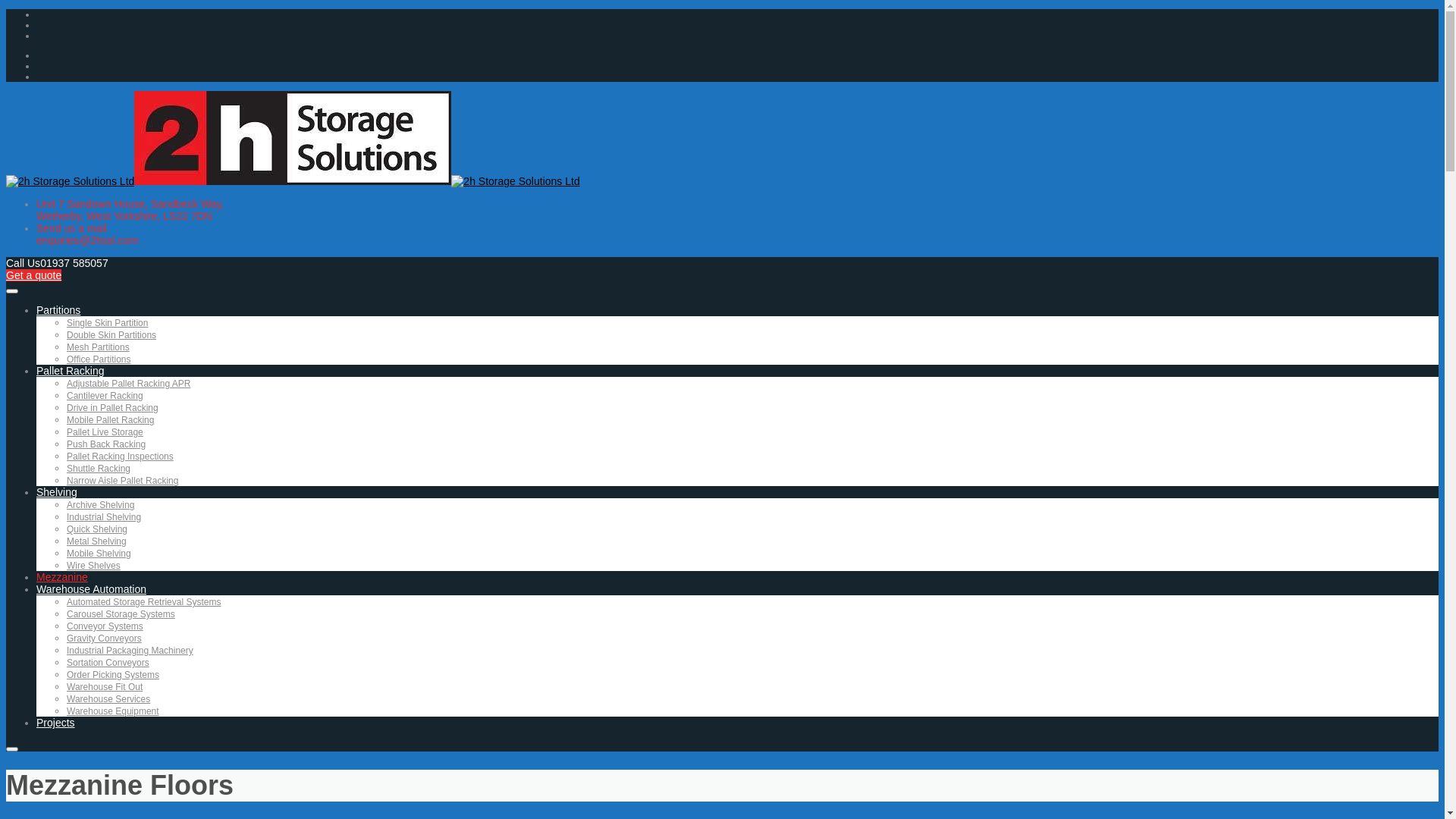 This screenshot has height=819, width=1456. Describe the element at coordinates (108, 698) in the screenshot. I see `'Warehouse Services'` at that location.